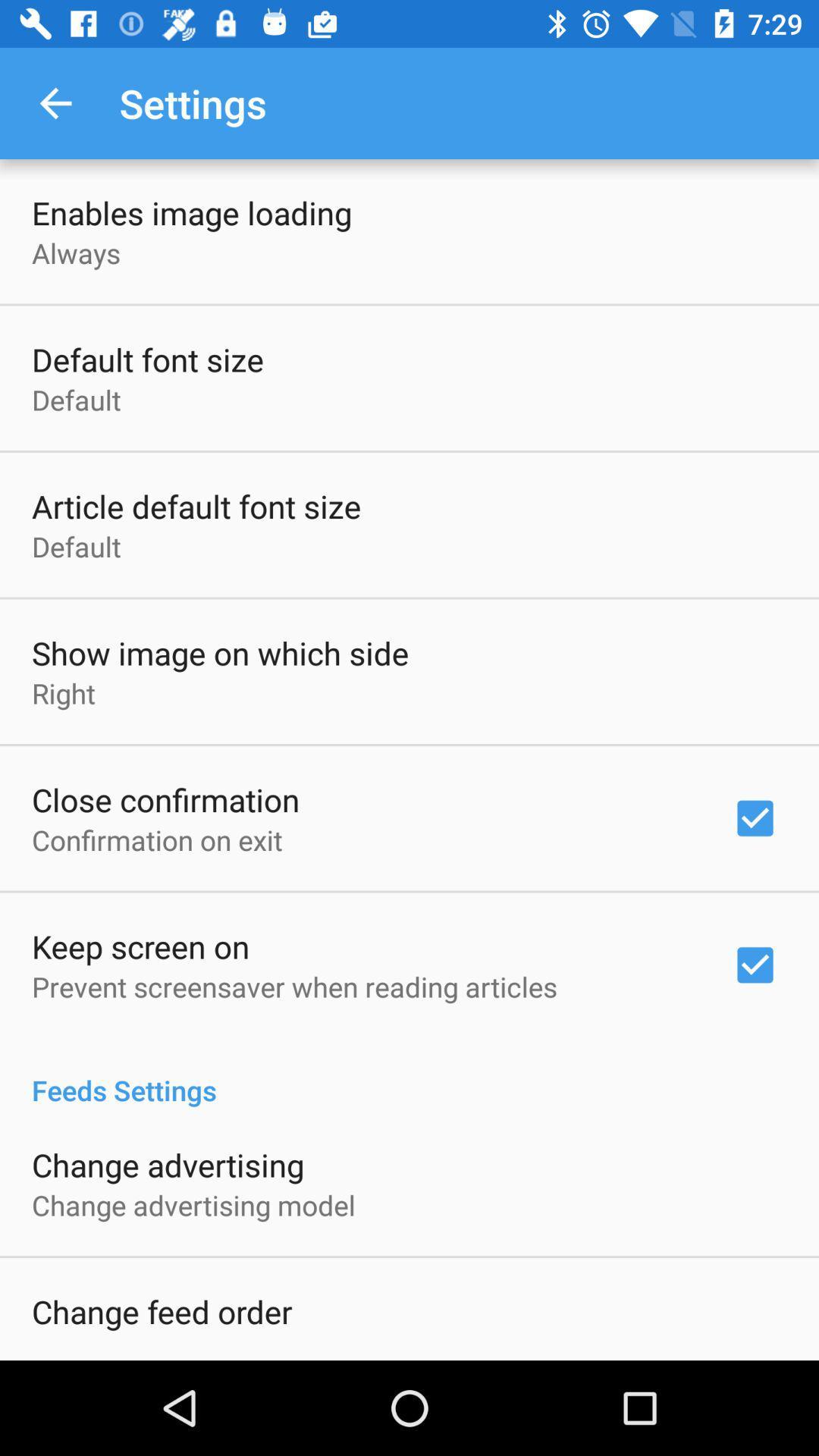 The width and height of the screenshot is (819, 1456). Describe the element at coordinates (140, 946) in the screenshot. I see `item below confirmation on exit icon` at that location.